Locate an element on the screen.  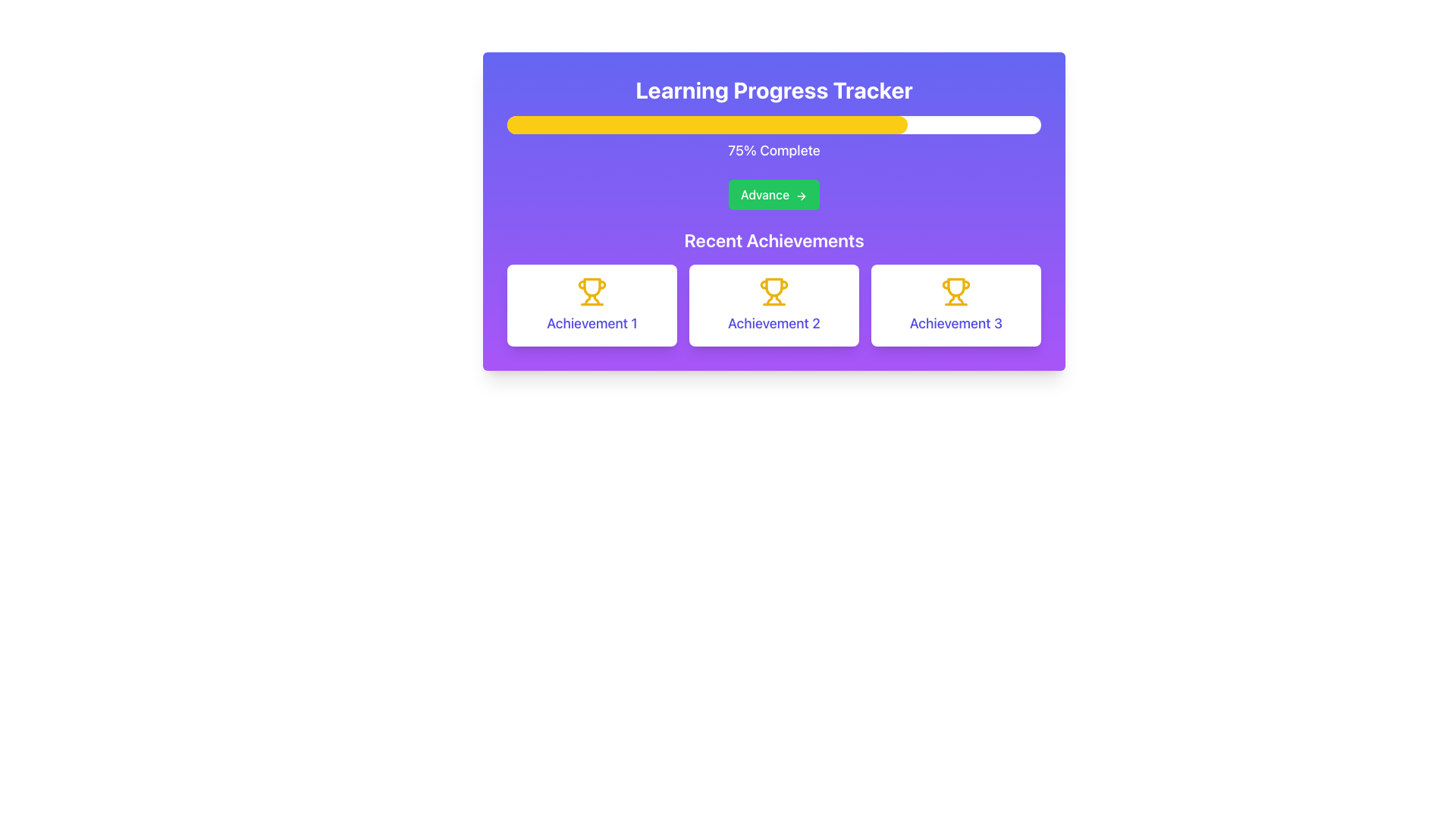
the Progress Bar with Text that indicates '75% Complete', located beneath the 'Learning Progress Tracker' heading and above the 'Advance' button is located at coordinates (774, 138).